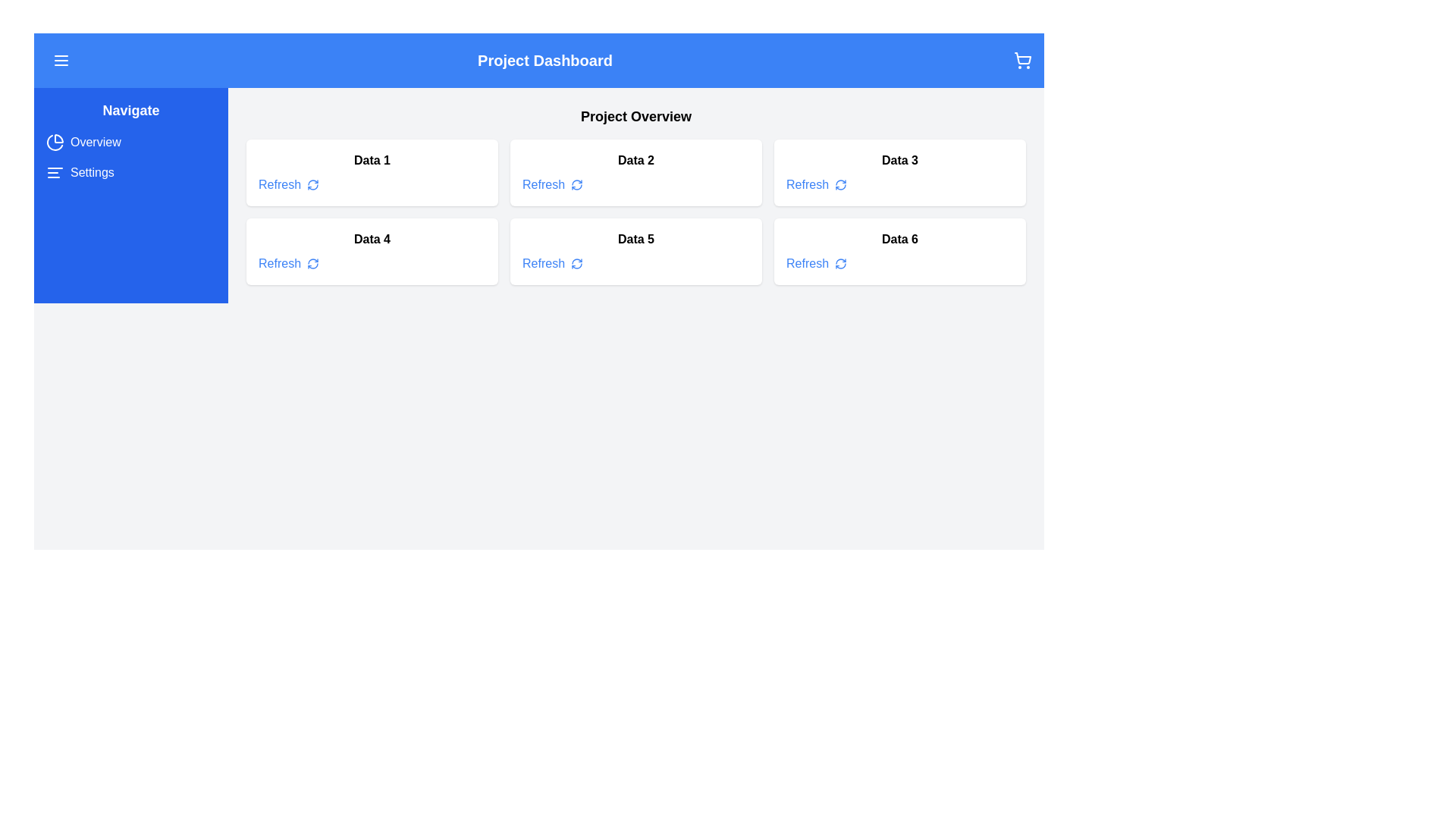  I want to click on the circular arrow icon representing the refresh action next to the text 'Refresh' in the row for 'Data 5', so click(576, 262).